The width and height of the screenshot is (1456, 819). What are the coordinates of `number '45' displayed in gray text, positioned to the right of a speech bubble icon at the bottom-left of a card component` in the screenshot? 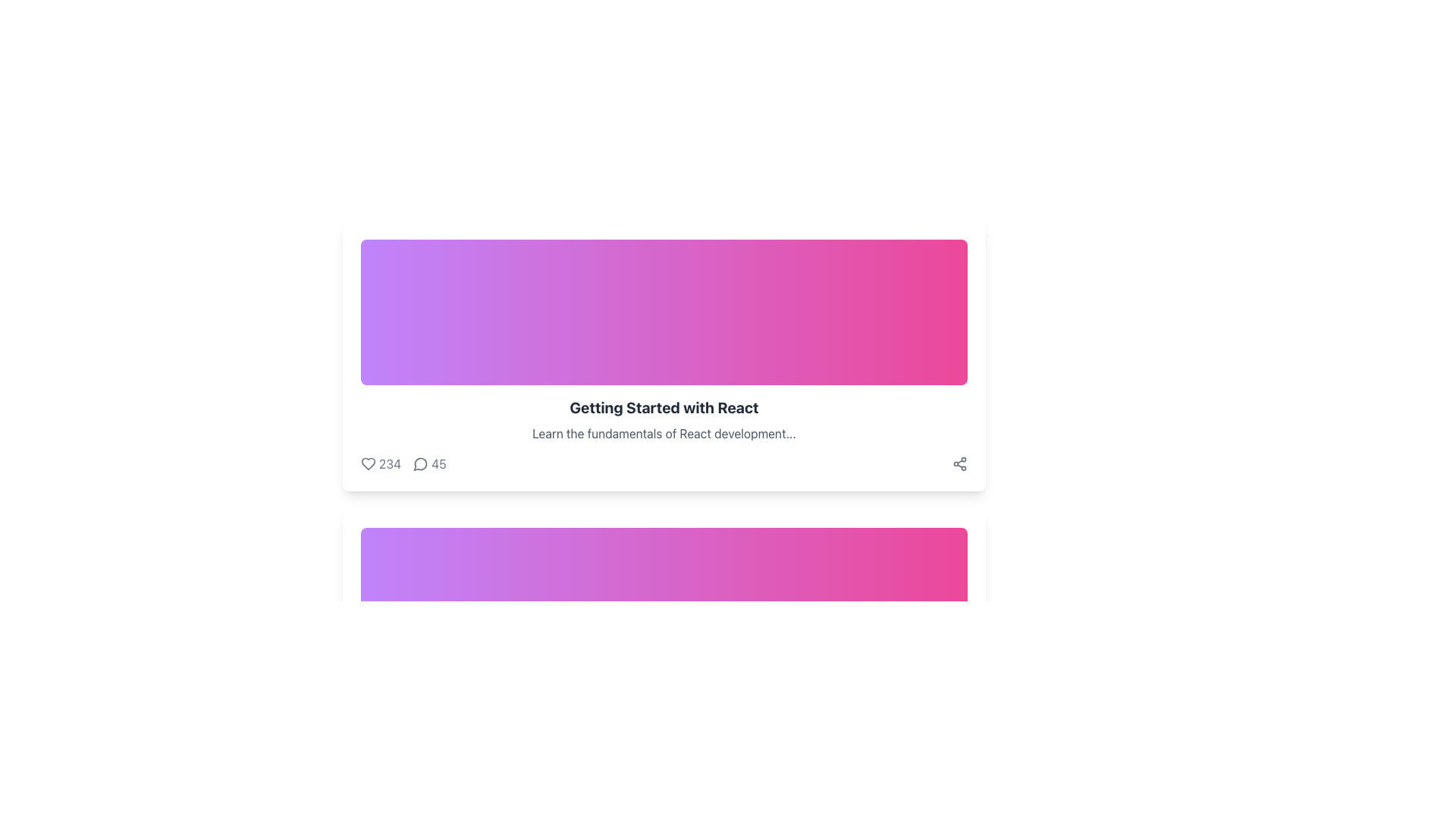 It's located at (438, 463).